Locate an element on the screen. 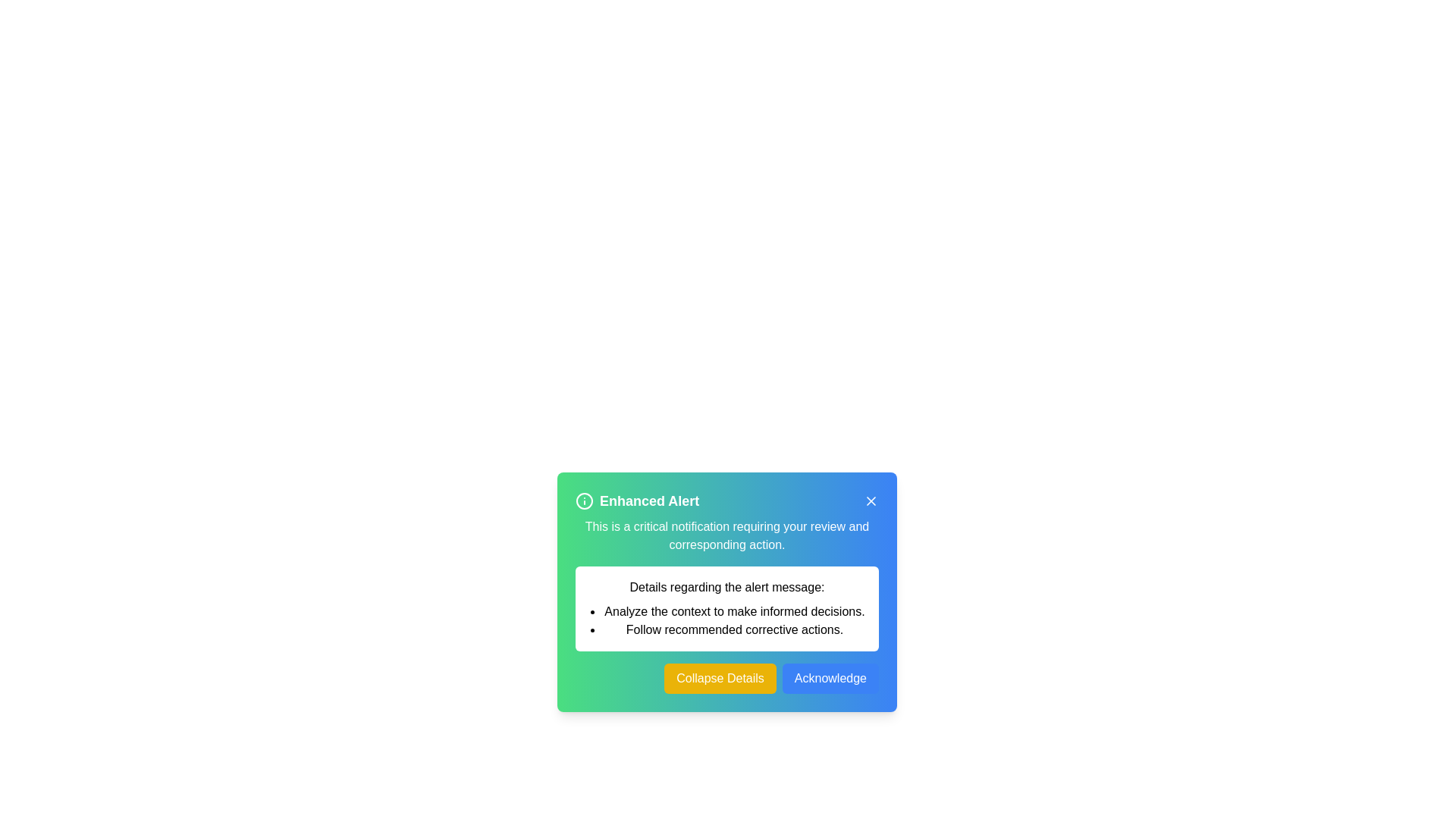 This screenshot has width=1456, height=819. the Header with icon located at the top left corner of the notification panel, which features a distinctive green to blue gradient background is located at coordinates (637, 500).